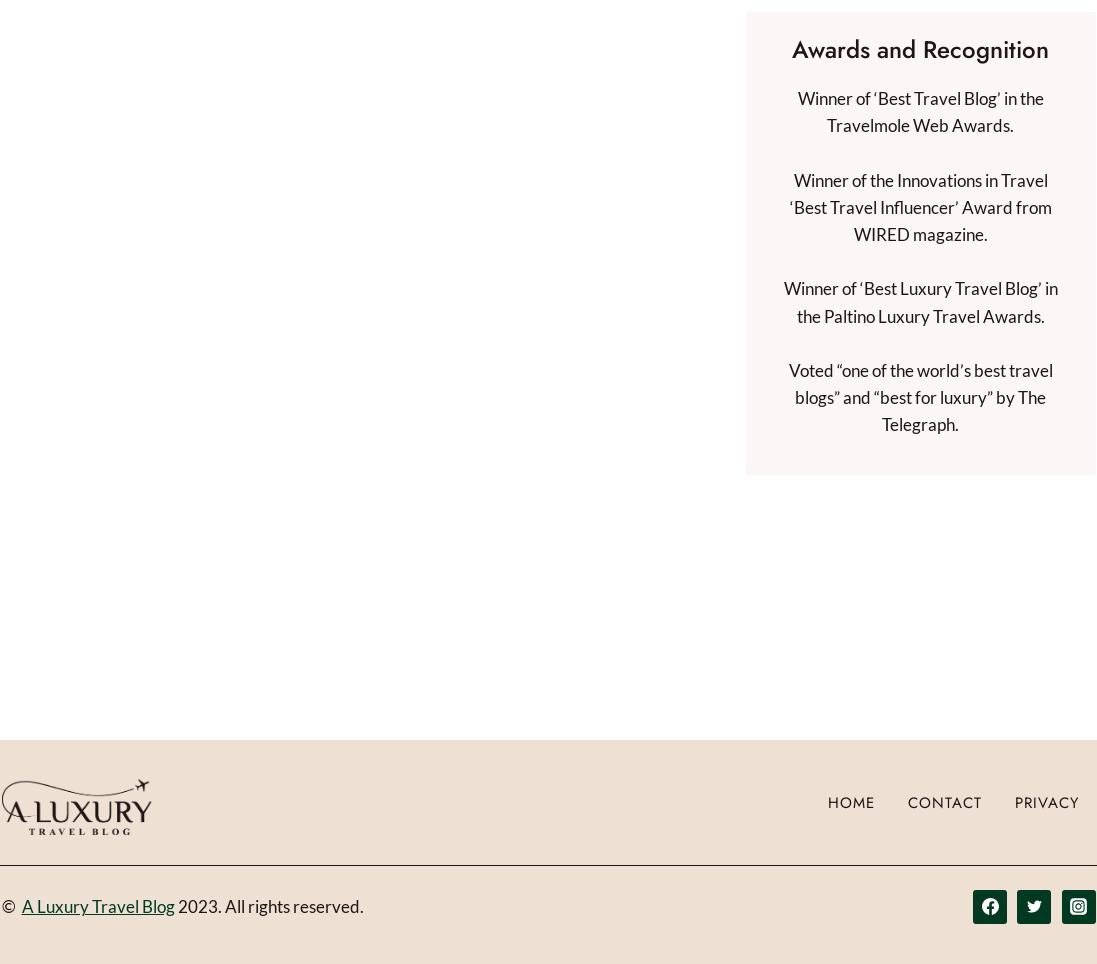 The image size is (1097, 964). What do you see at coordinates (851, 802) in the screenshot?
I see `'Home'` at bounding box center [851, 802].